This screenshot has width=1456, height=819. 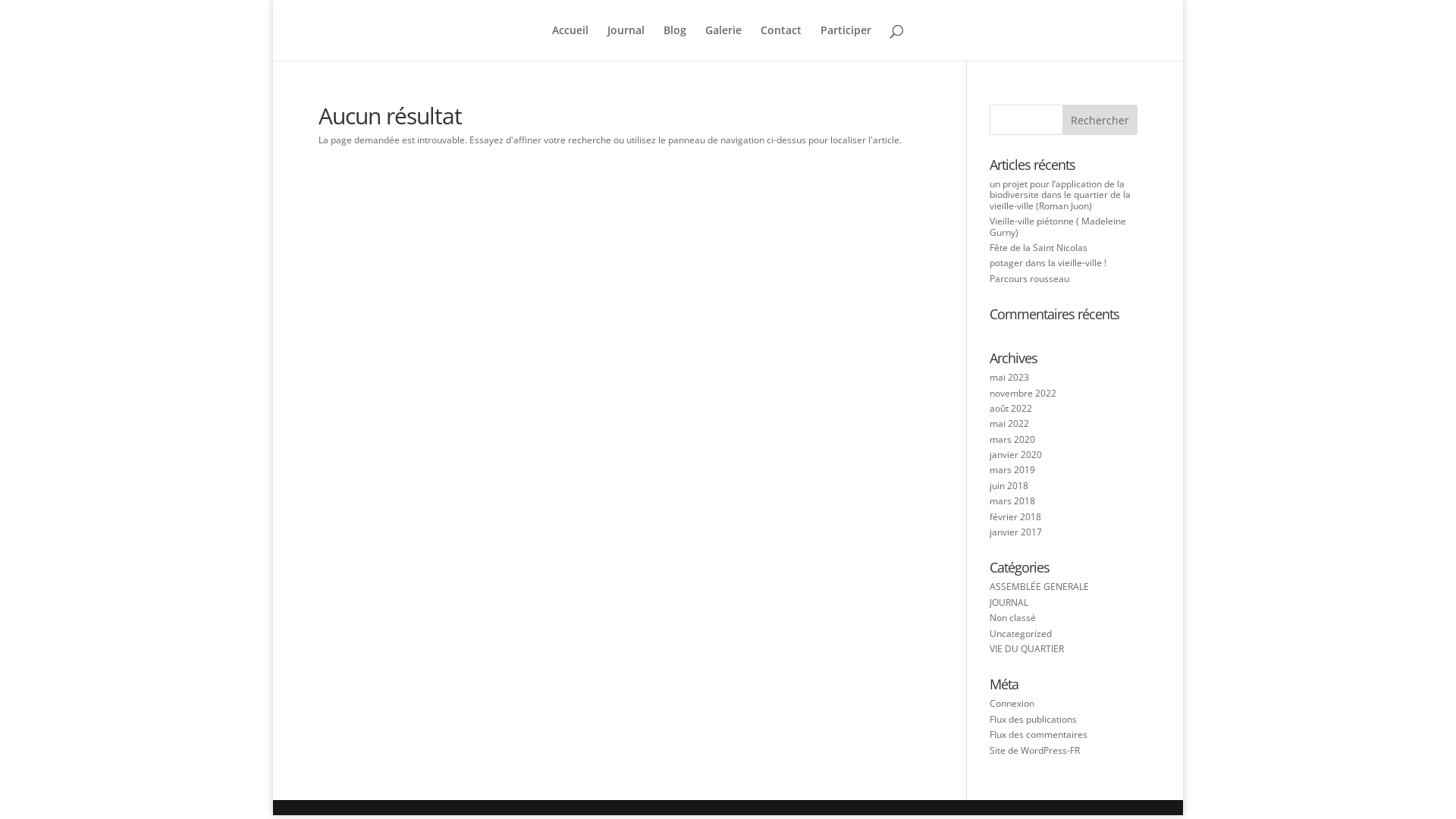 What do you see at coordinates (1029, 278) in the screenshot?
I see `'Parcours rousseau'` at bounding box center [1029, 278].